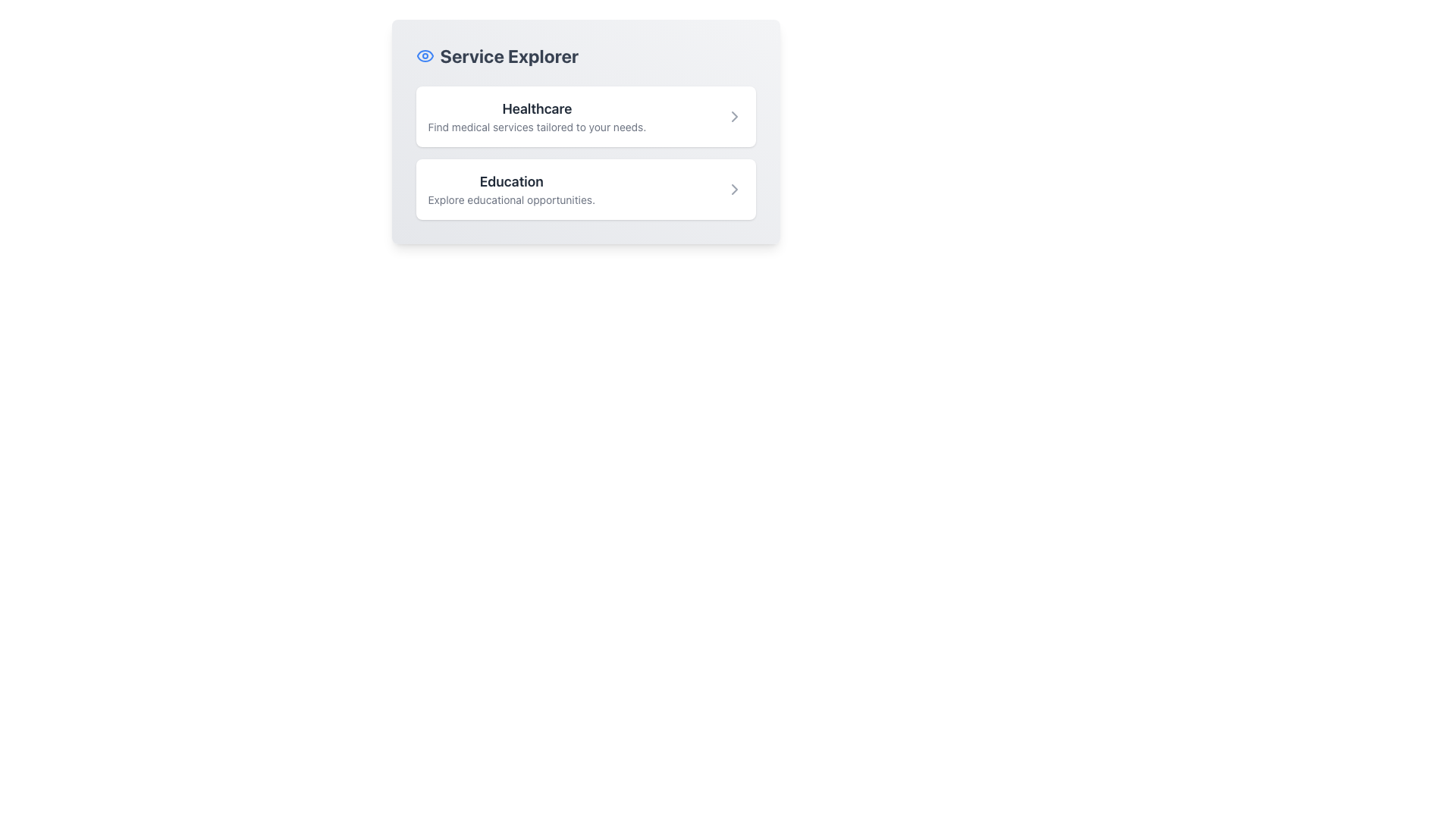 Image resolution: width=1456 pixels, height=819 pixels. Describe the element at coordinates (511, 189) in the screenshot. I see `informational text block titled 'Education' located in the center of the second card, which is directly below the 'Healthcare' card` at that location.